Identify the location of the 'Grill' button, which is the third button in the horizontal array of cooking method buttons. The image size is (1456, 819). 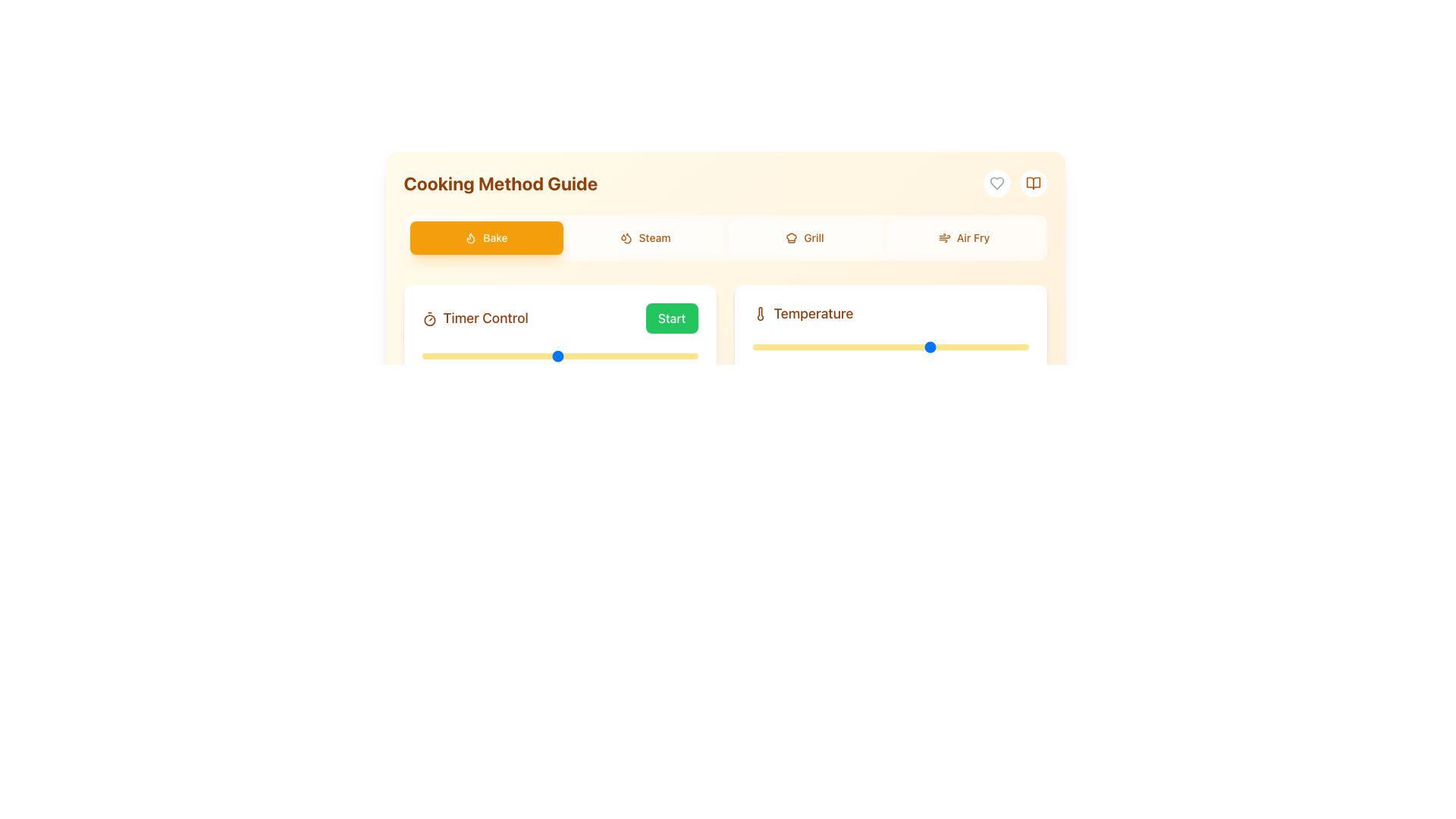
(804, 237).